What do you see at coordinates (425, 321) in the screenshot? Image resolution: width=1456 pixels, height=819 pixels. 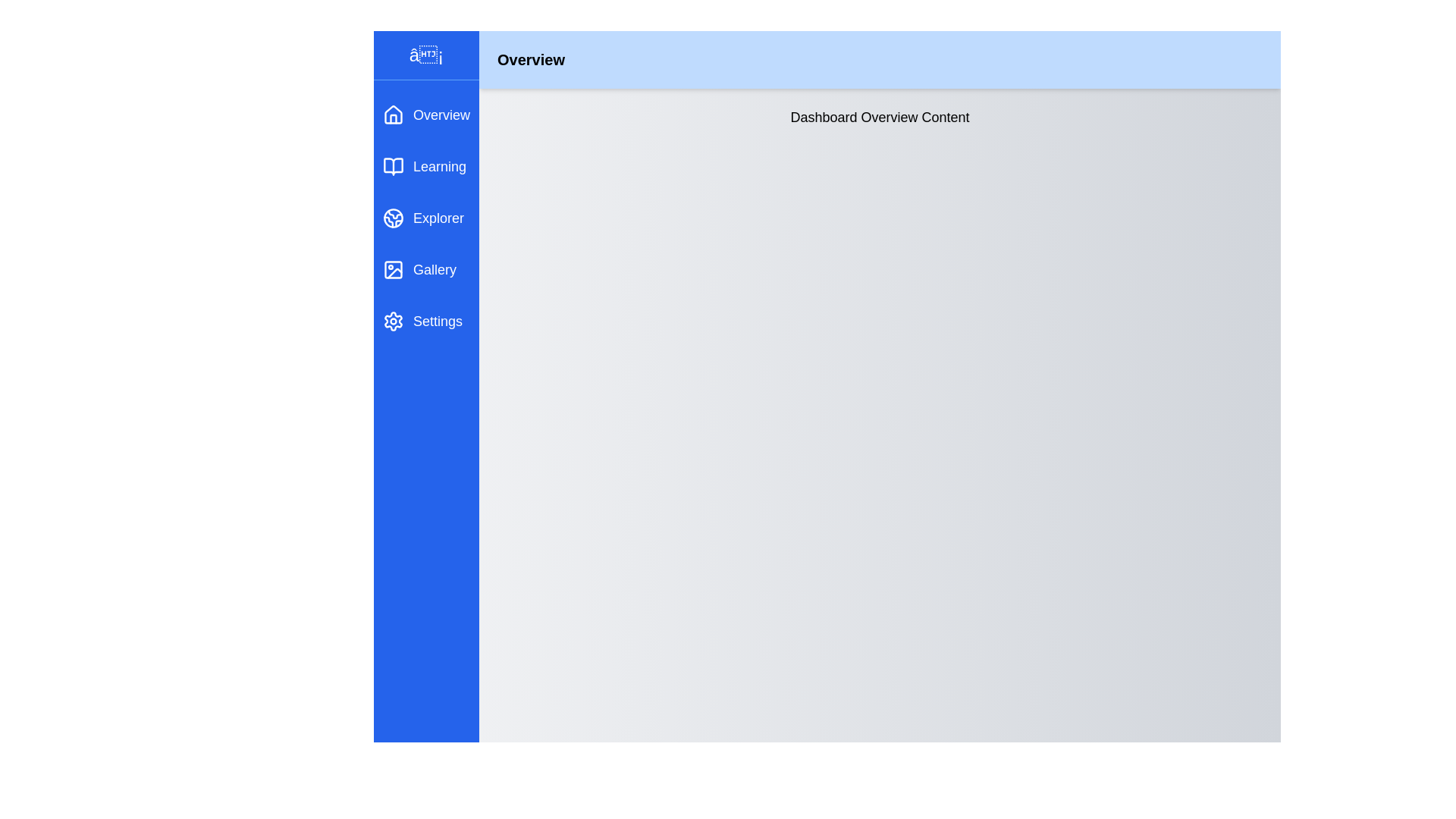 I see `the 'Settings' button with a gear icon in the vertical navigation menu` at bounding box center [425, 321].